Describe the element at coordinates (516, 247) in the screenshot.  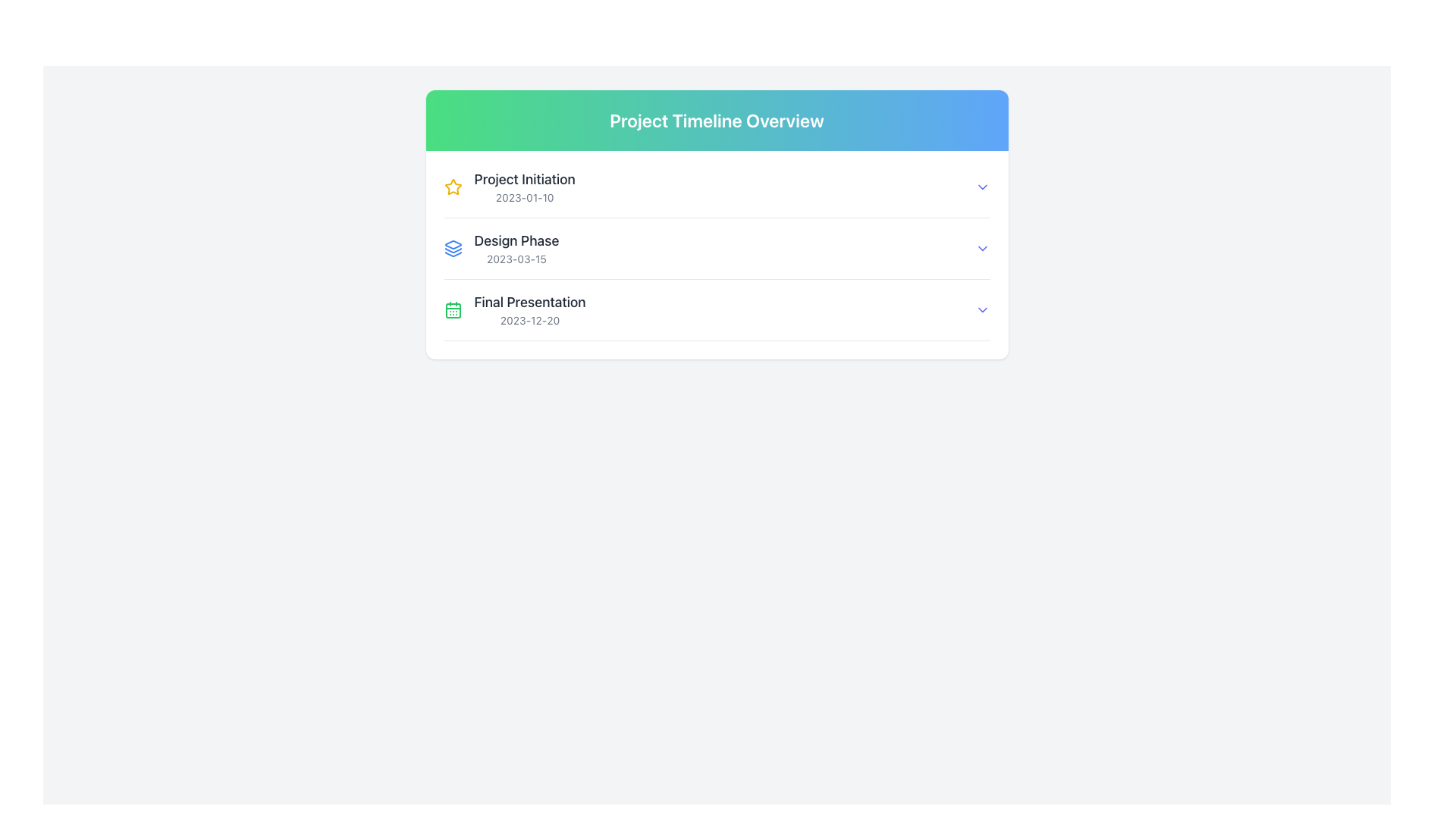
I see `the text block displaying the phase title 'Design Phase' with the date '2023-03-15' in the 'Project Timeline Overview' section, located in the second row of the timeline` at that location.